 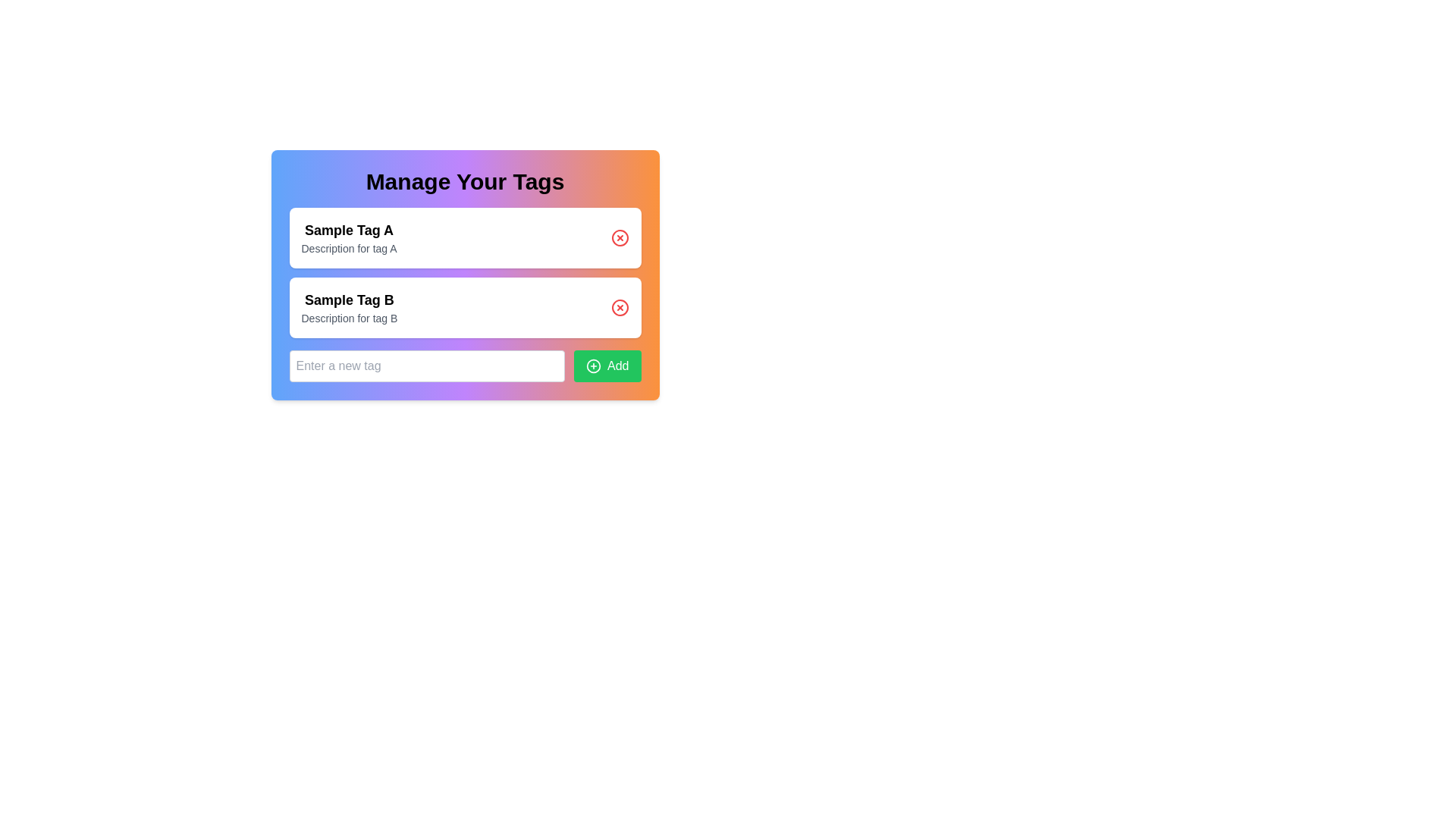 What do you see at coordinates (620, 307) in the screenshot?
I see `the circular component of the delete button icon for the 'Sample Tag B' entry` at bounding box center [620, 307].